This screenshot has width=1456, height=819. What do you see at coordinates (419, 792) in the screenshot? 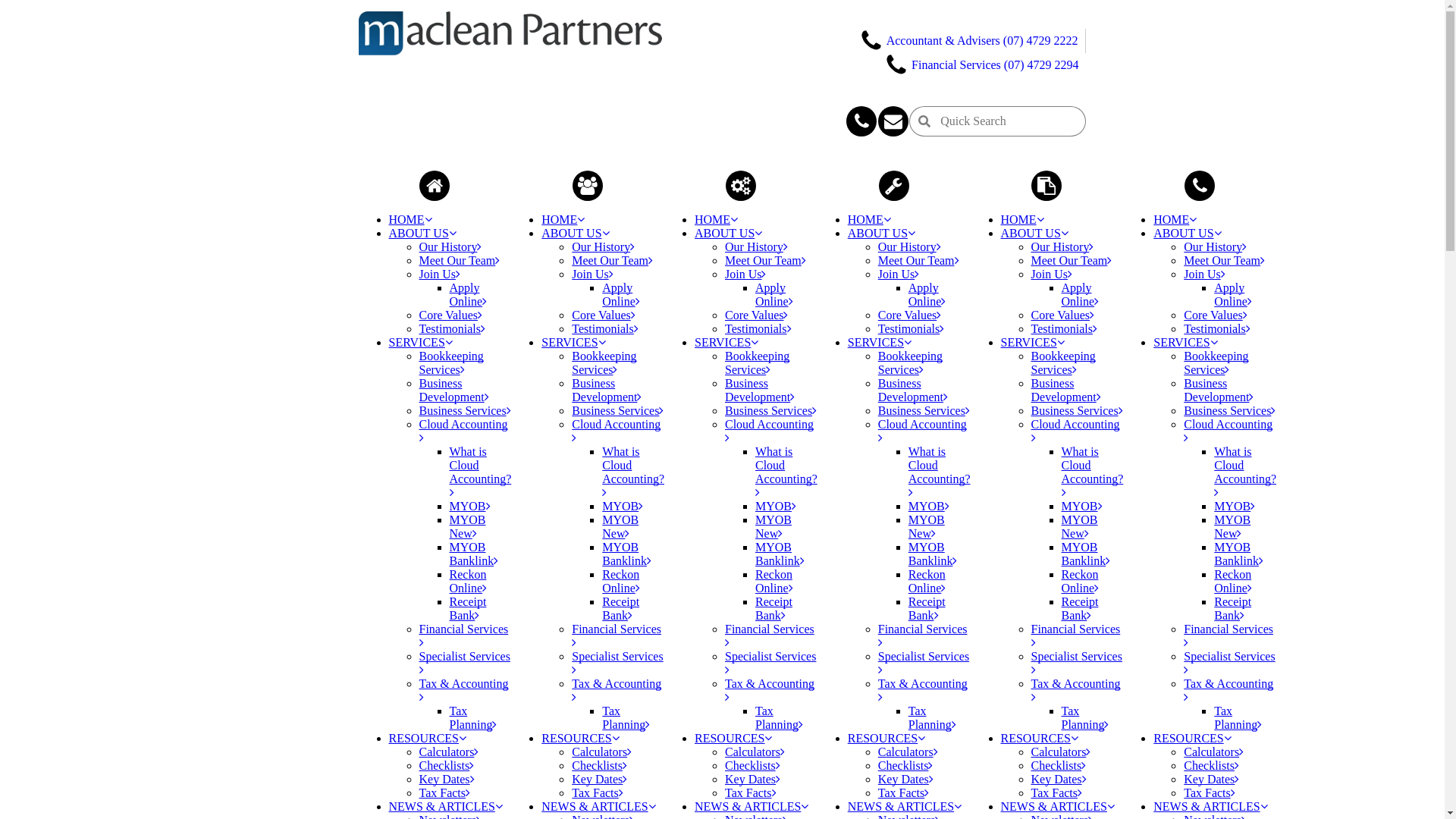
I see `'Tax Facts'` at bounding box center [419, 792].